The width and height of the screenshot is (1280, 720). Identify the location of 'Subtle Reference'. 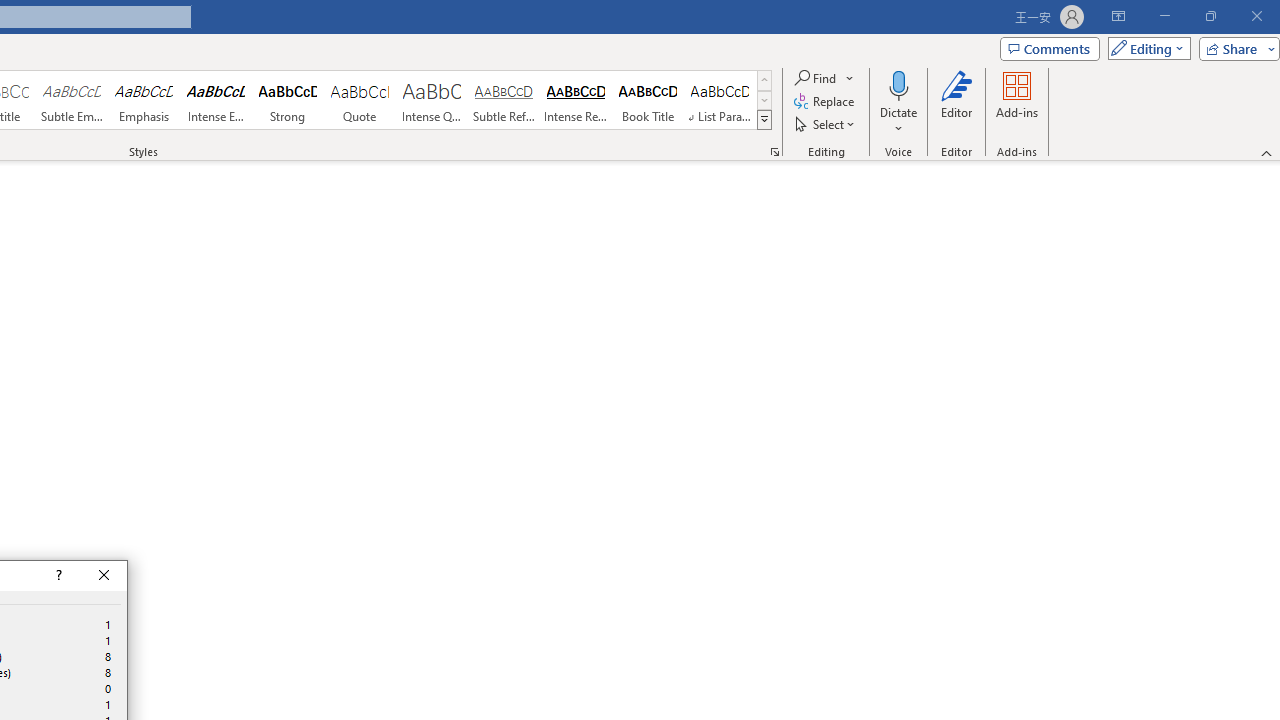
(504, 100).